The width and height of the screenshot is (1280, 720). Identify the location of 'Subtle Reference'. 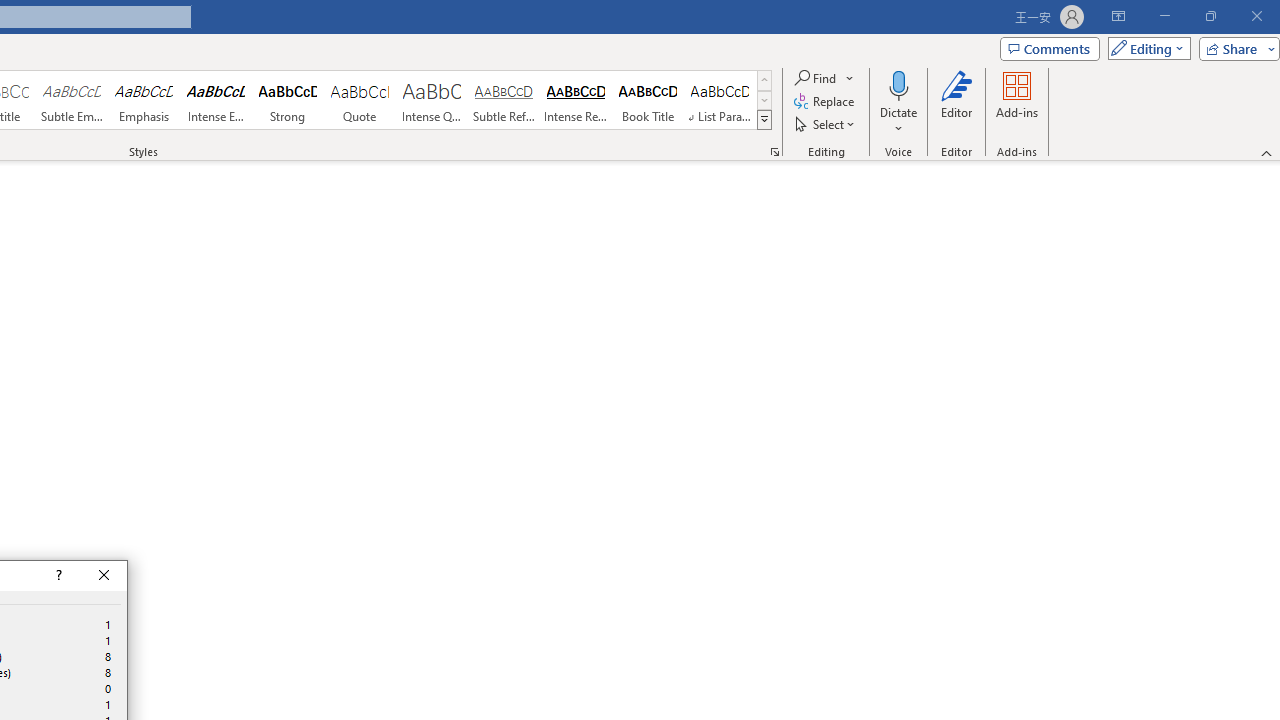
(504, 100).